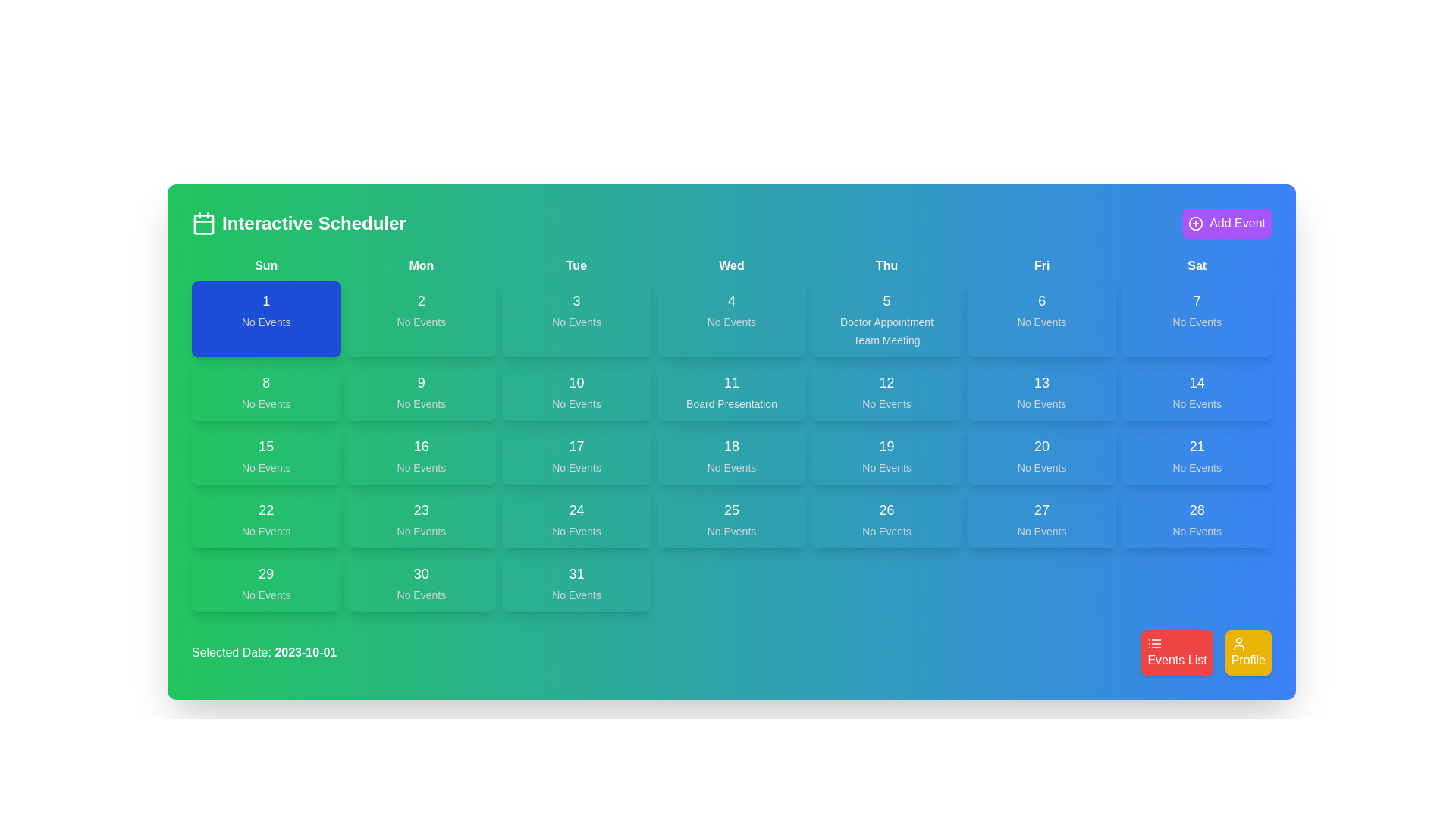  Describe the element at coordinates (421, 403) in the screenshot. I see `text 'No Events' displayed in the gray sans-serif font at the bottom of the green cell labeled '9' in the calendar grid` at that location.